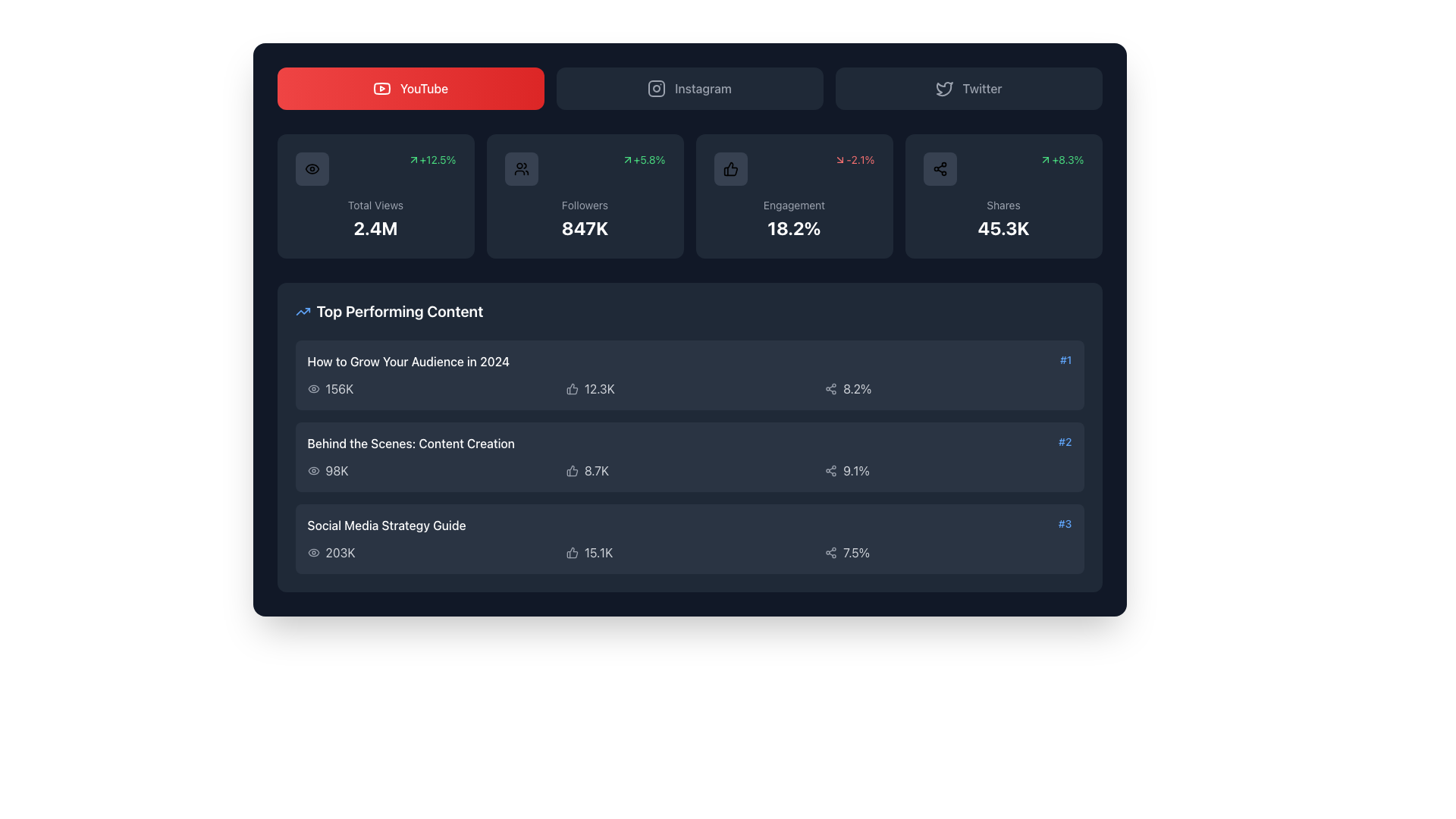 This screenshot has width=1456, height=819. Describe the element at coordinates (312, 470) in the screenshot. I see `the views icon located to the left of the text '98K' in the 'Top Performing Content' section, which visually represents the concept of 'views'` at that location.